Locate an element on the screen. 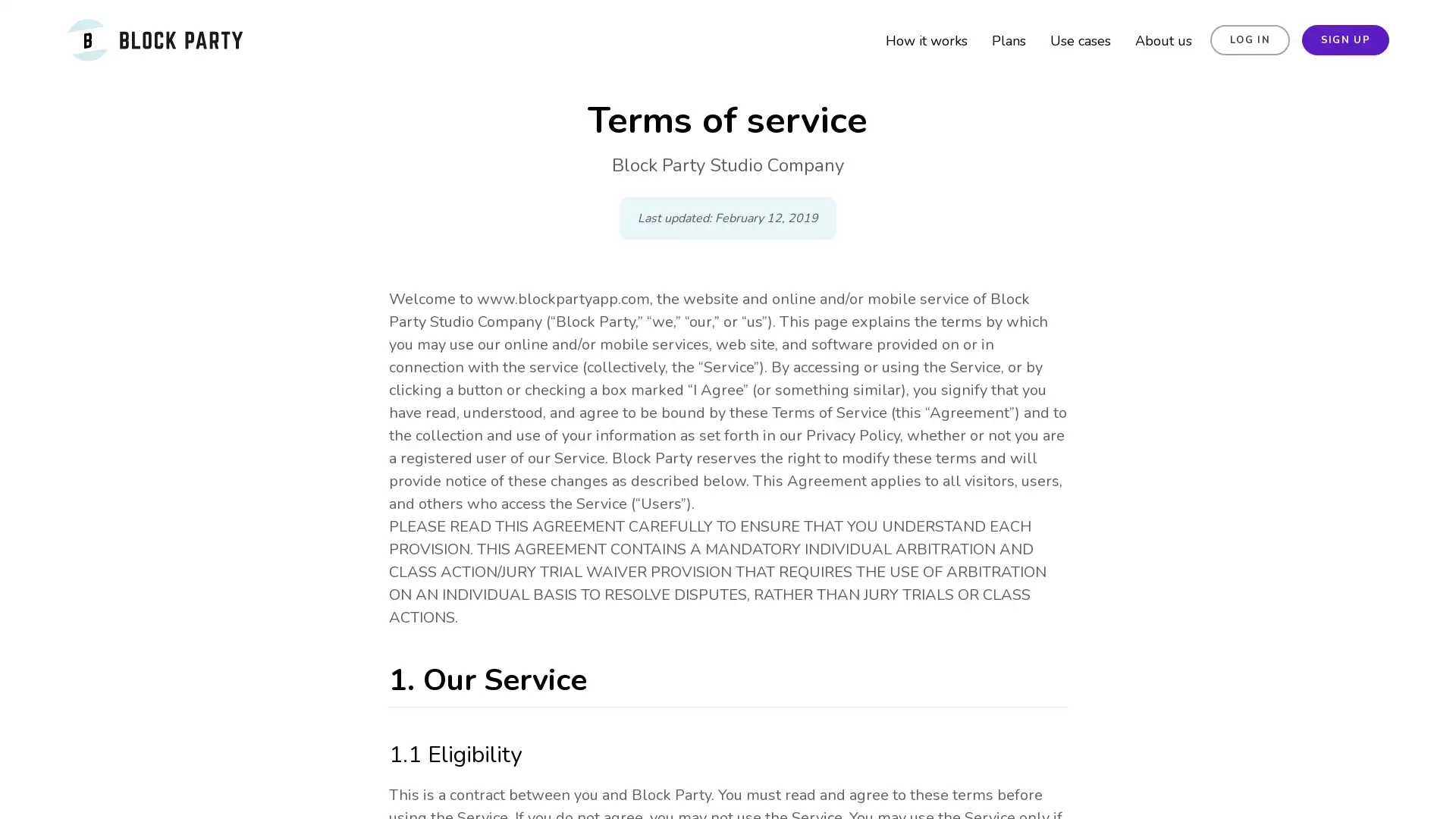  LOG IN is located at coordinates (1249, 39).